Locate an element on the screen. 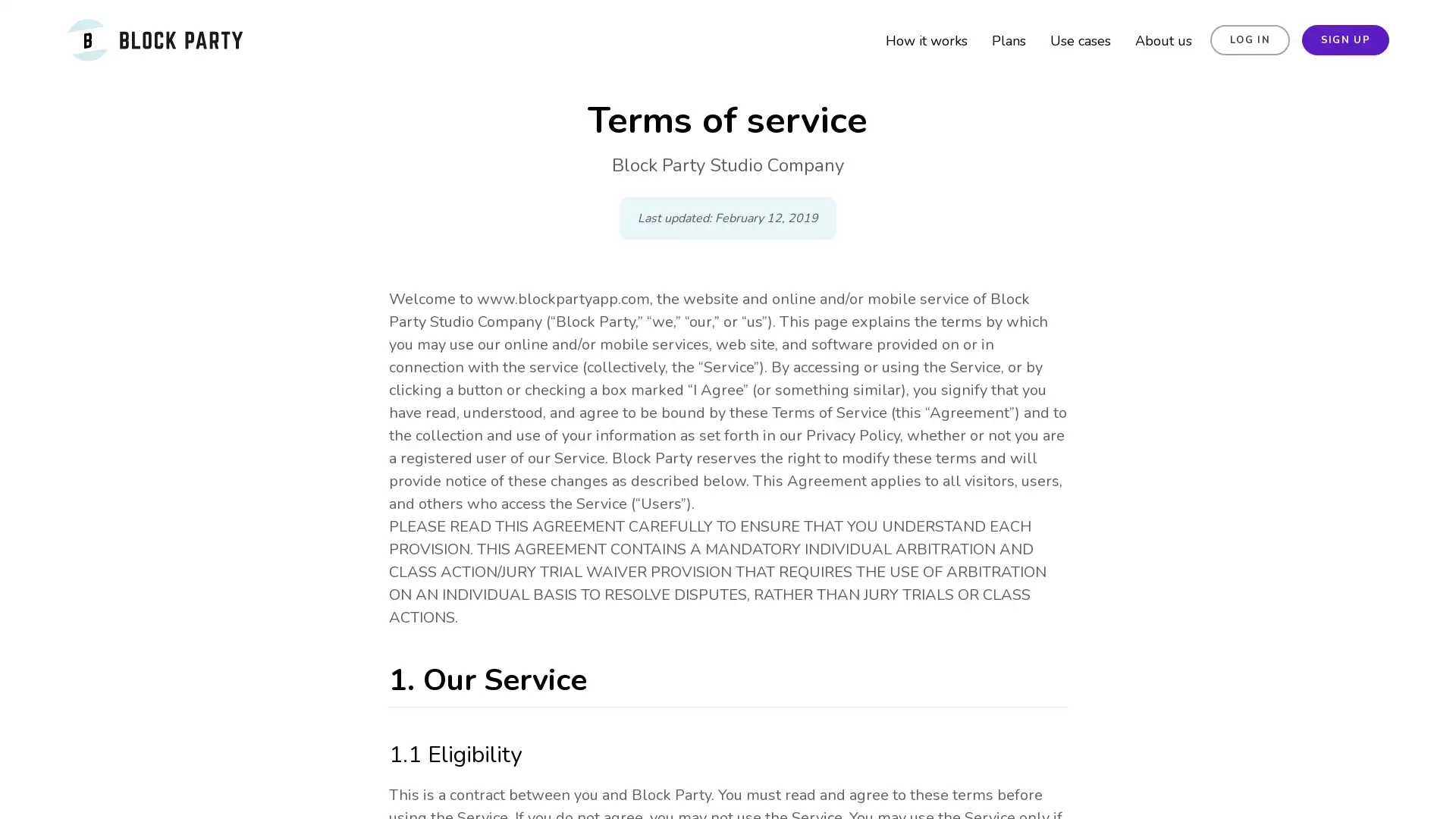  LOG IN is located at coordinates (1249, 39).